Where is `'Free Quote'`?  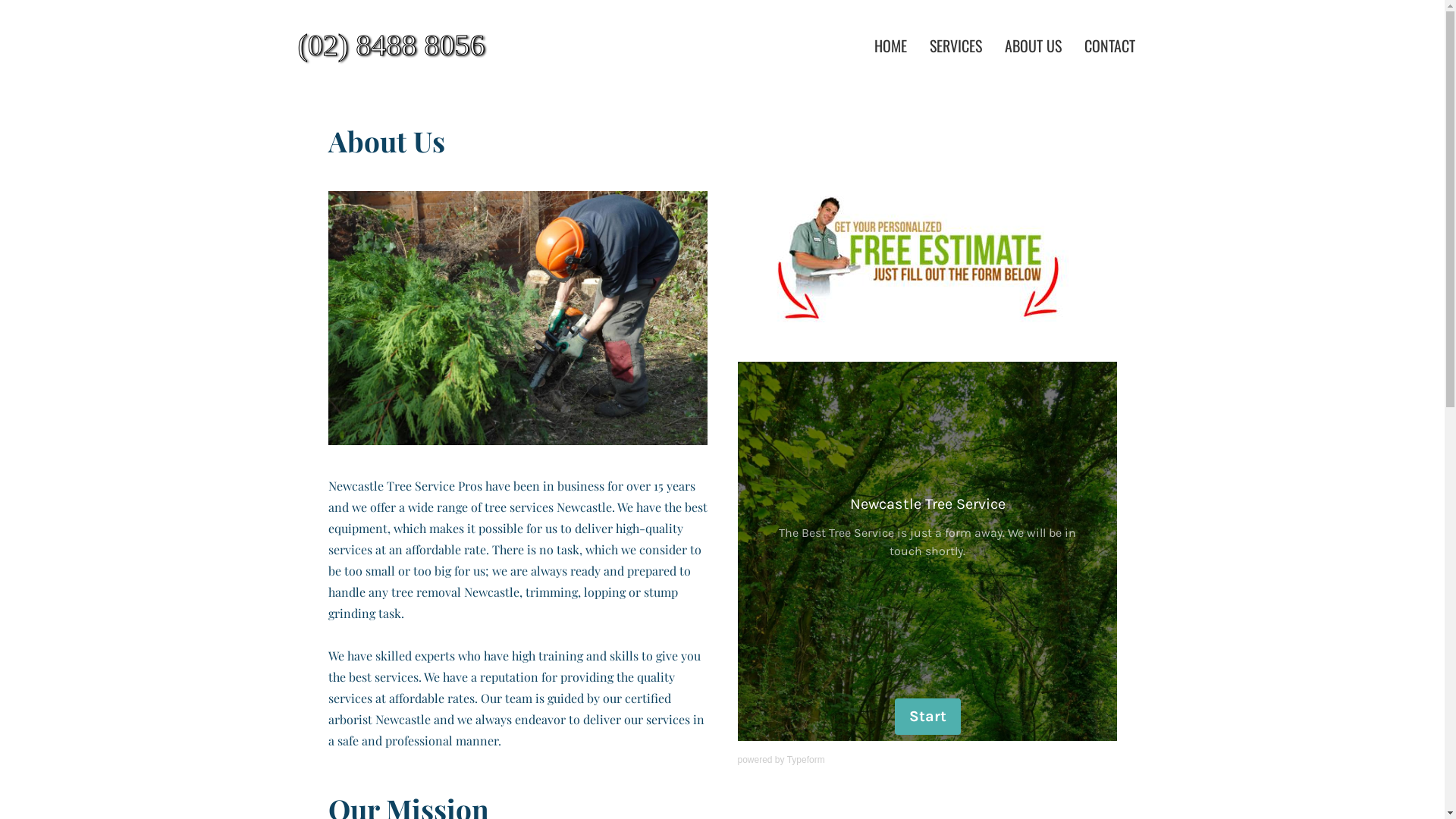 'Free Quote' is located at coordinates (926, 260).